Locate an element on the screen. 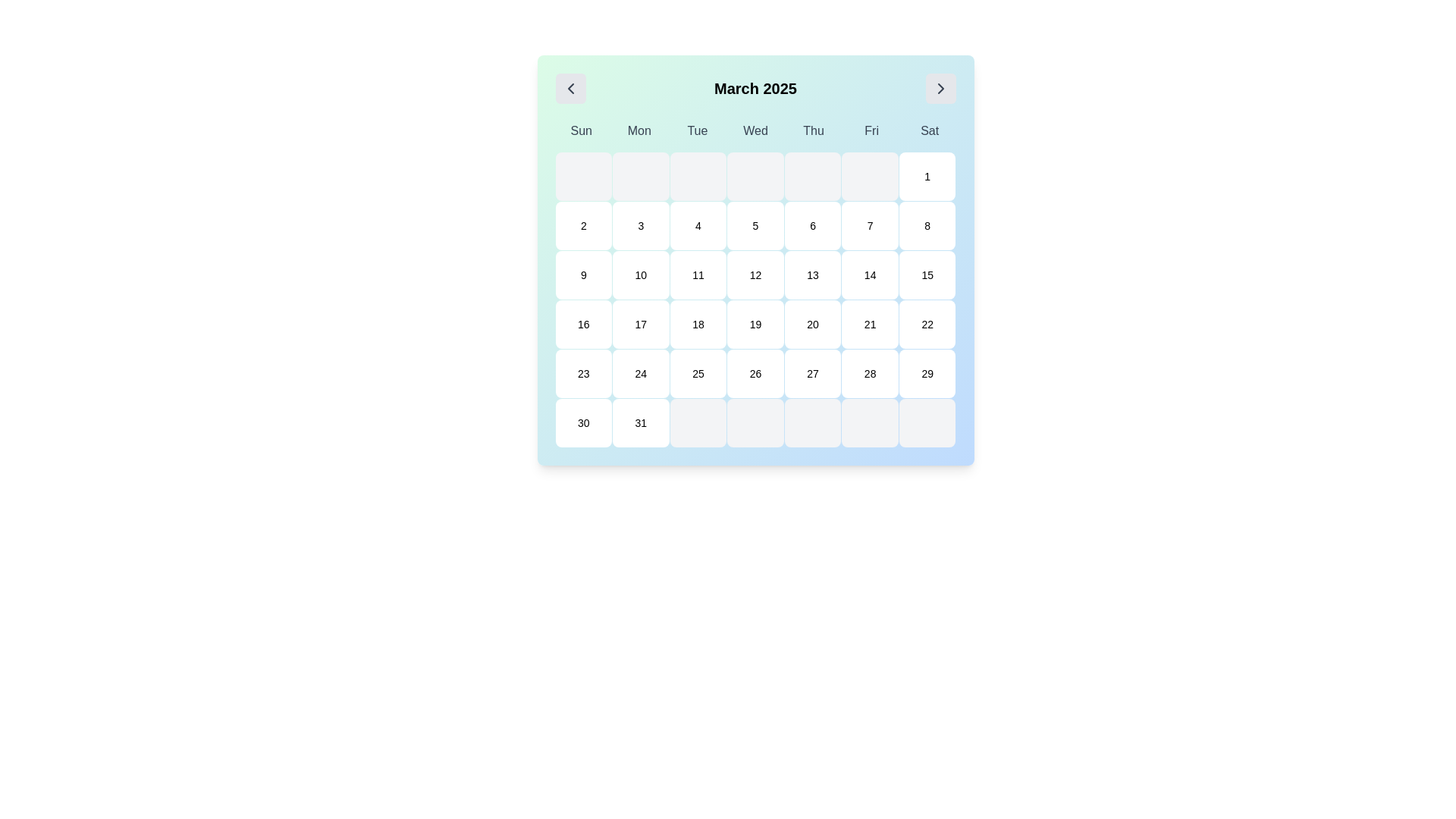  the button that navigates to the previous month in the calendar view, located to the left of the text label reading 'March 2025', to change its background color is located at coordinates (570, 88).